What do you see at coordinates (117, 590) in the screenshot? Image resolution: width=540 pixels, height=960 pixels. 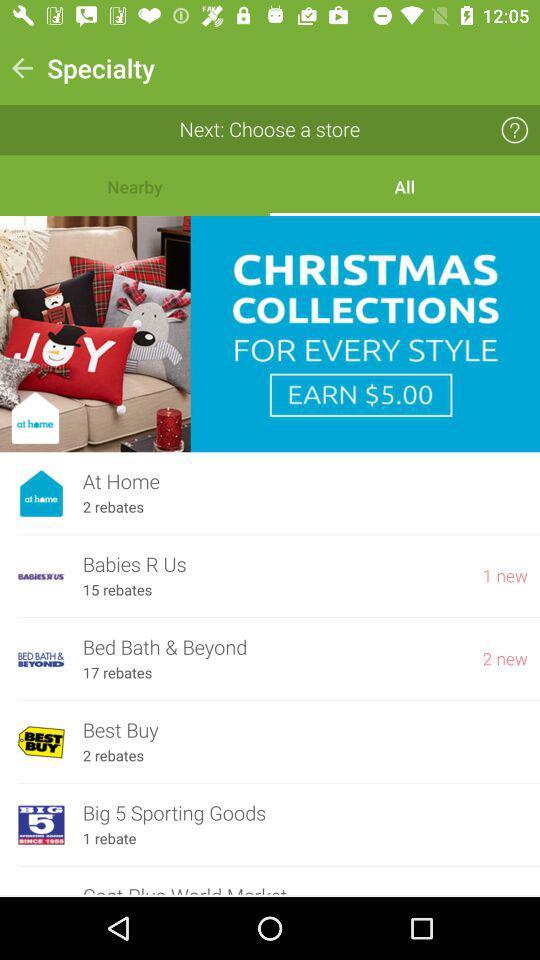 I see `15 rebates` at bounding box center [117, 590].